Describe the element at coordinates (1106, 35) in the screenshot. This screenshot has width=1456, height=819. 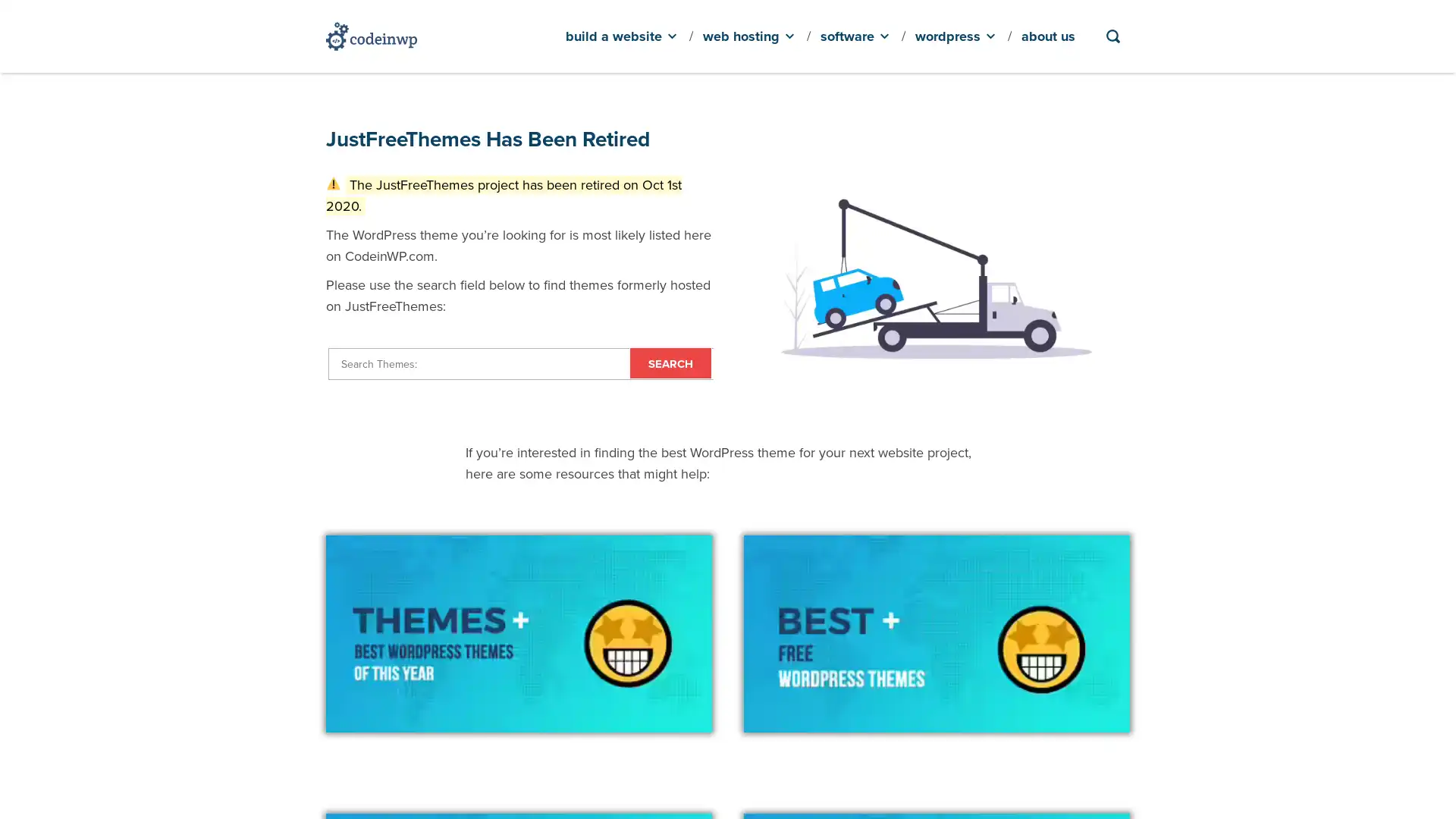
I see `Search` at that location.